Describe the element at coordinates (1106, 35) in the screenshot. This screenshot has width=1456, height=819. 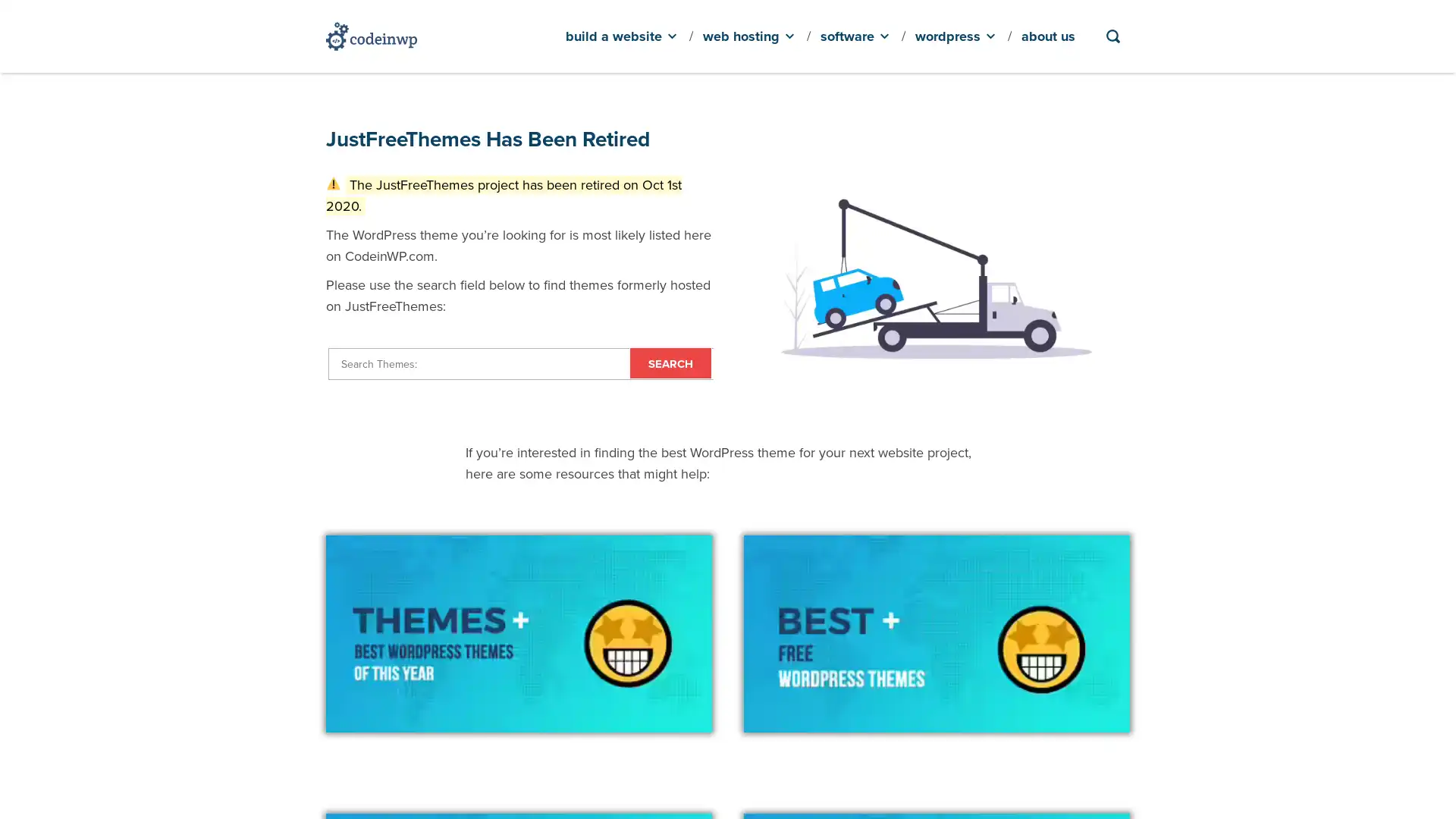
I see `Search` at that location.